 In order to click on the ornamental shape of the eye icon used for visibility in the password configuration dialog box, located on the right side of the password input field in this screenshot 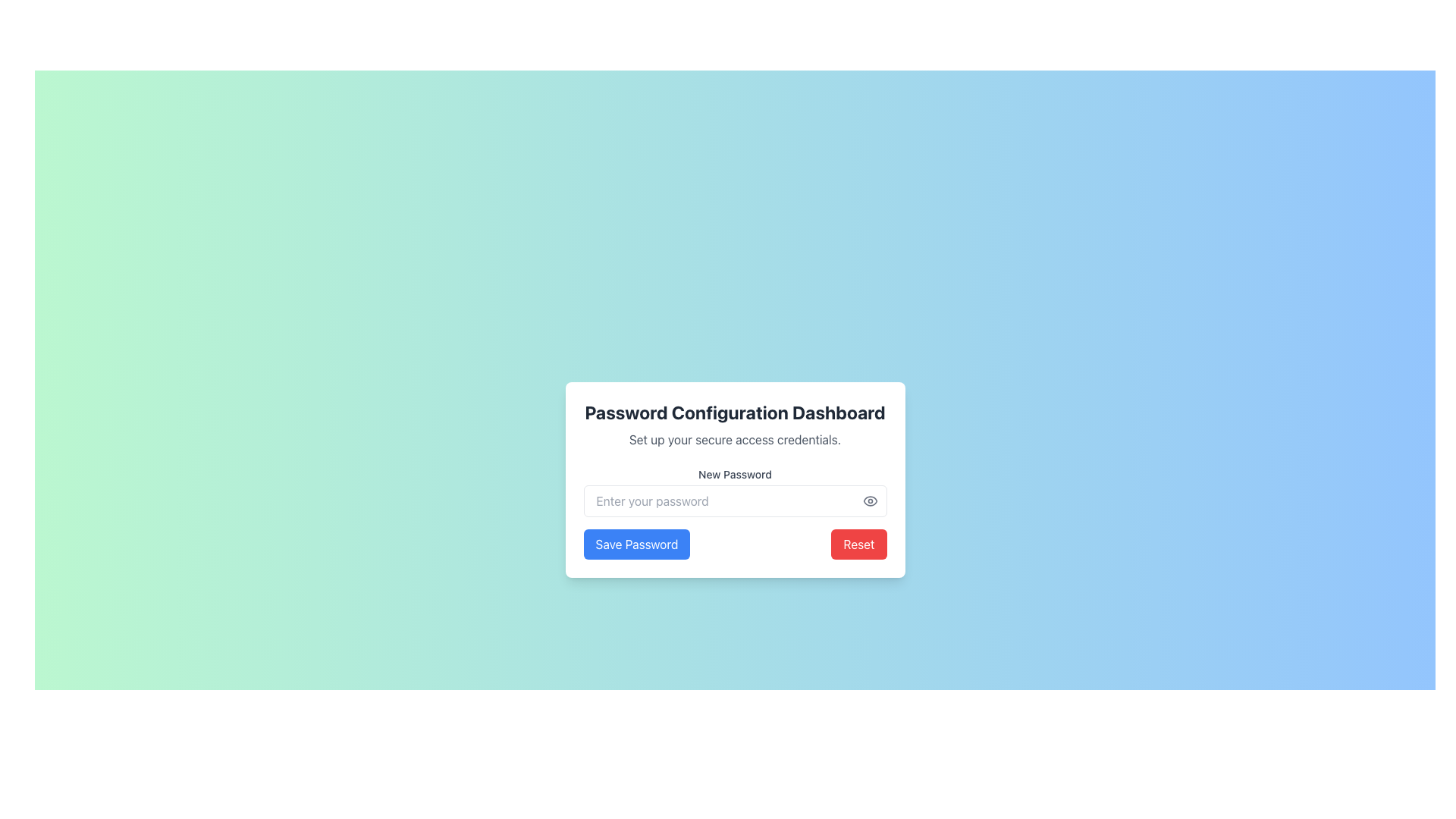, I will do `click(870, 500)`.